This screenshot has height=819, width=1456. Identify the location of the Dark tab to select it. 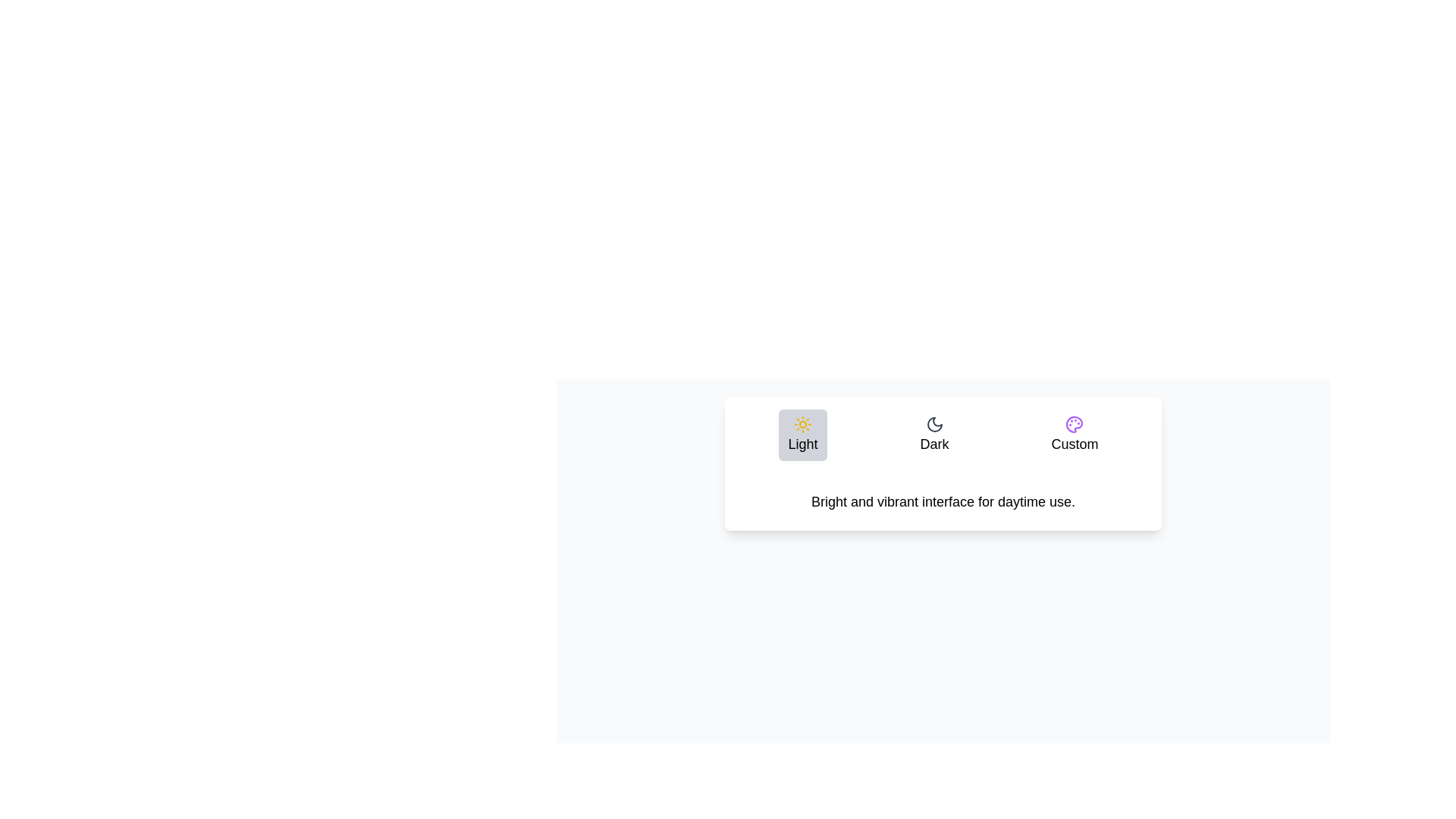
(934, 435).